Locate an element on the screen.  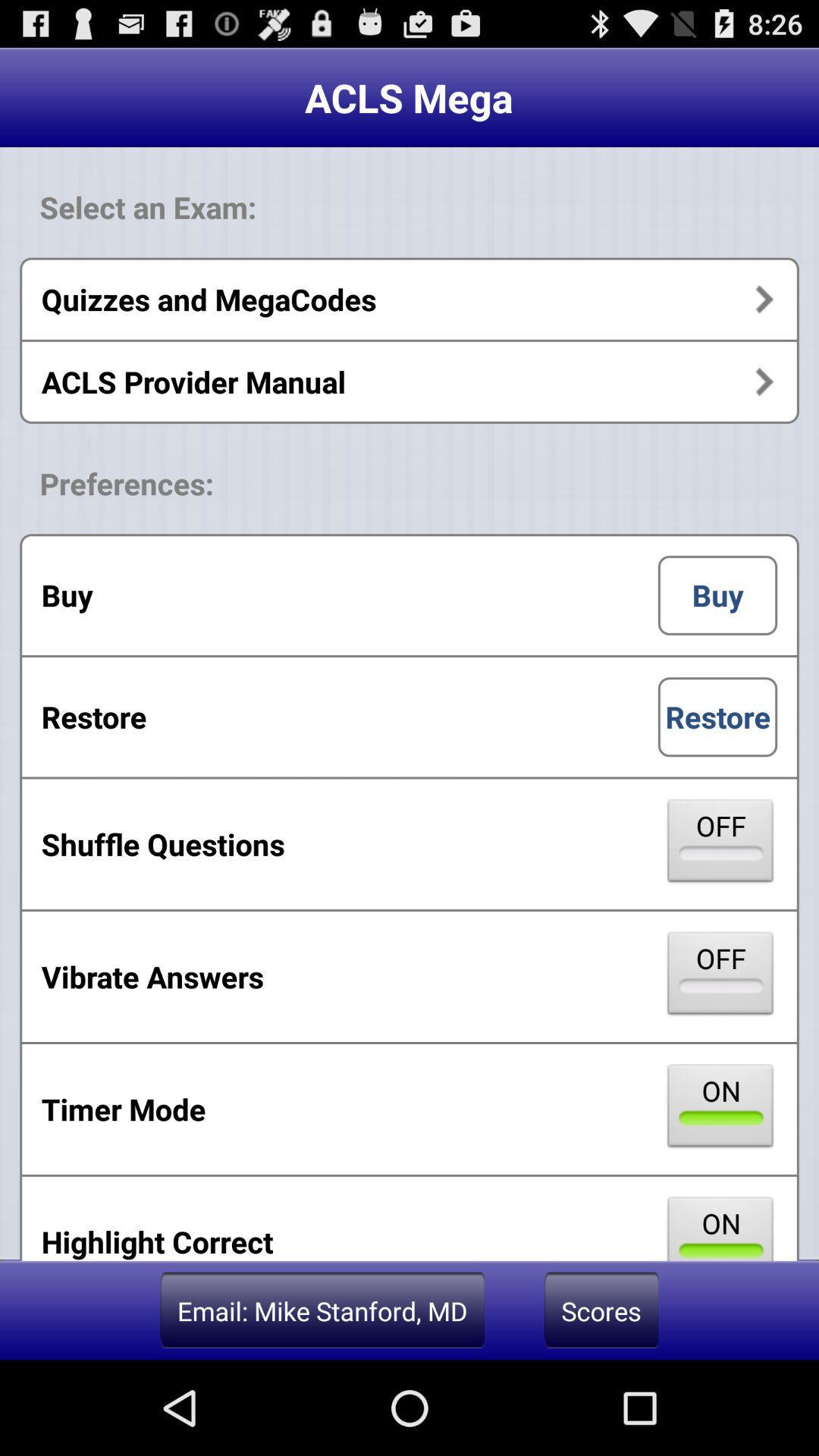
the email mike stanford button is located at coordinates (322, 1310).